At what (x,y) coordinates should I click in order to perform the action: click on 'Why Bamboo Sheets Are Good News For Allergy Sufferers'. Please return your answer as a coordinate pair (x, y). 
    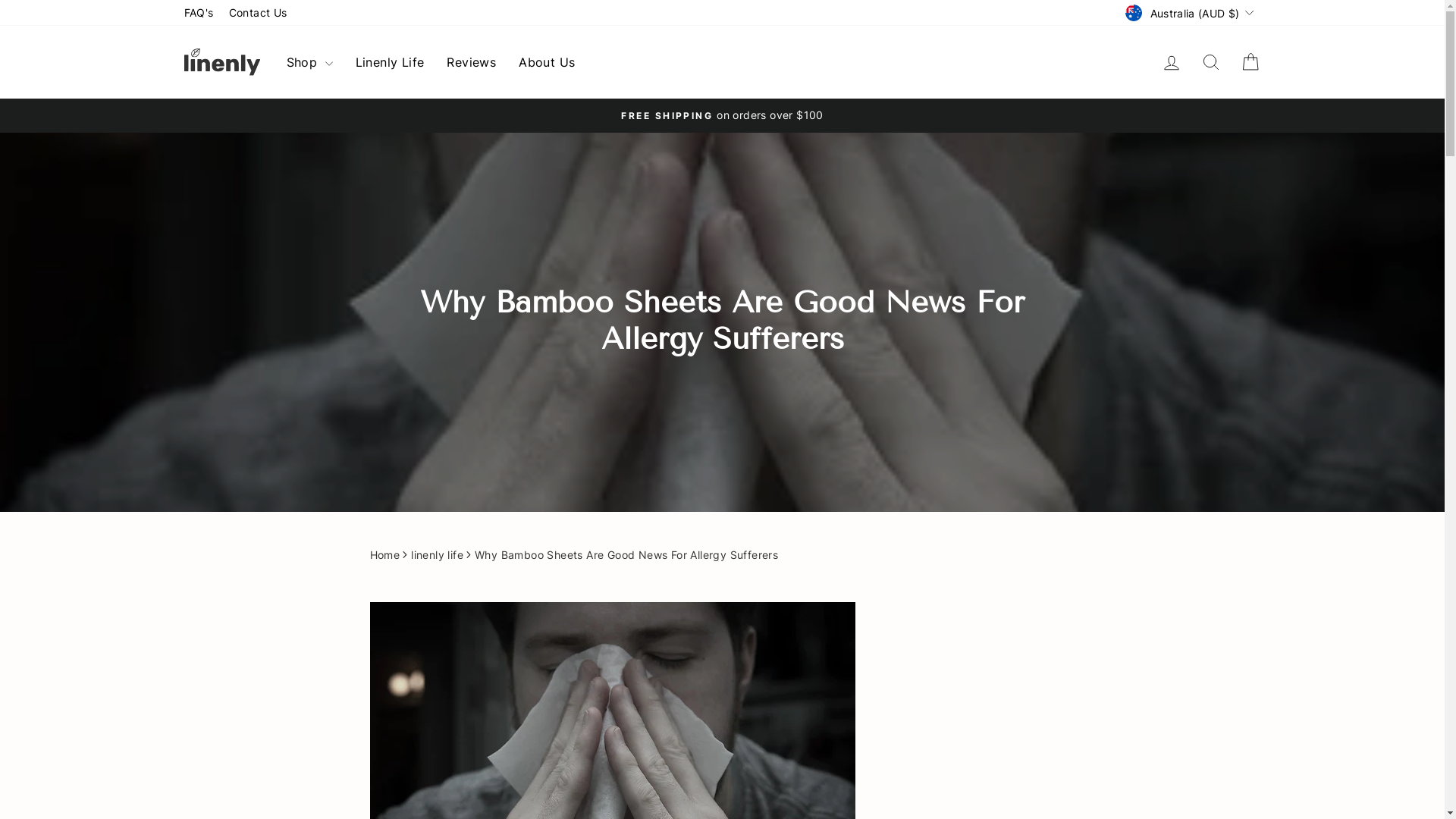
    Looking at the image, I should click on (626, 555).